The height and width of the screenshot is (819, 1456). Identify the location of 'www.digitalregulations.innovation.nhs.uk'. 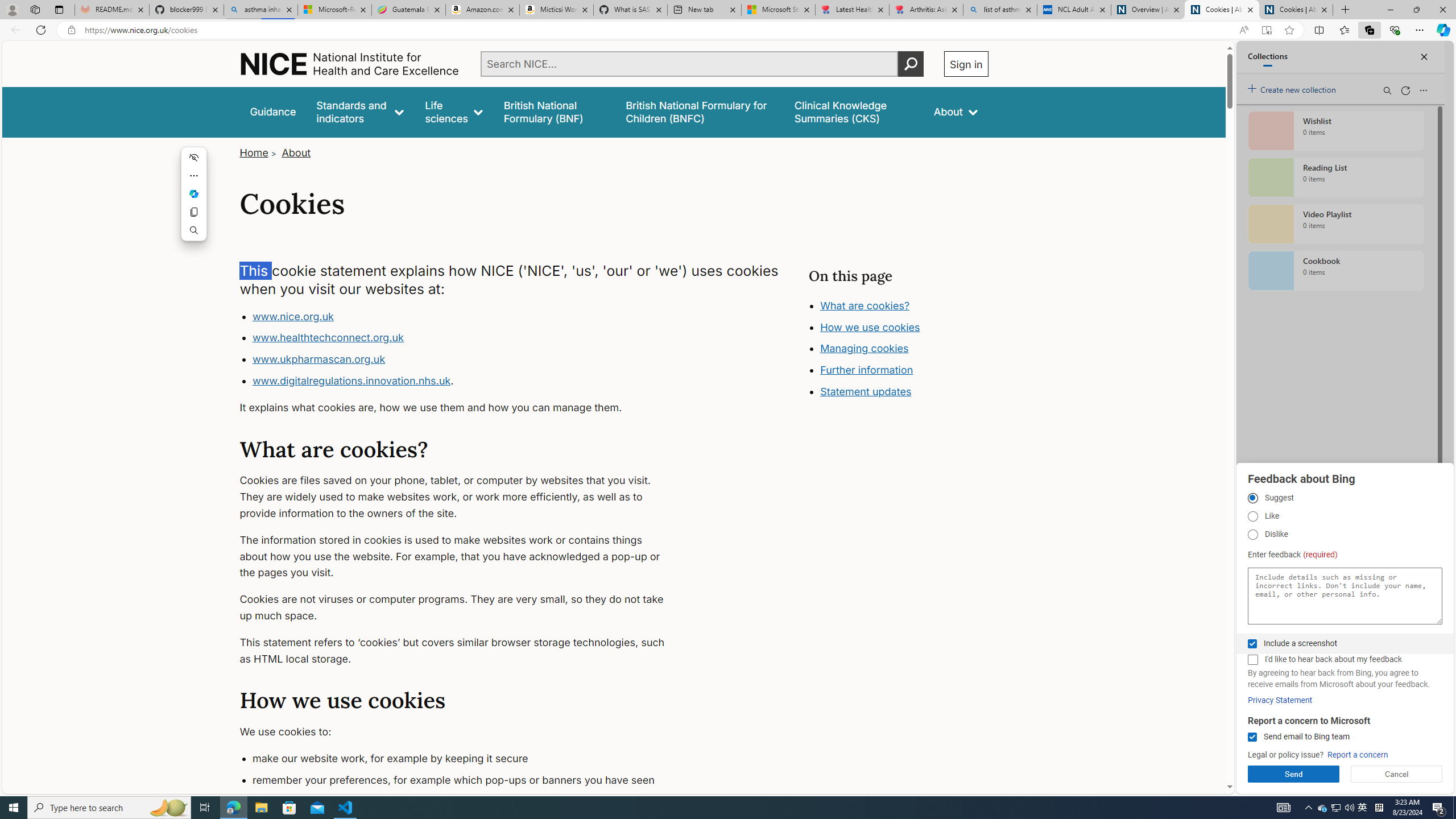
(351, 379).